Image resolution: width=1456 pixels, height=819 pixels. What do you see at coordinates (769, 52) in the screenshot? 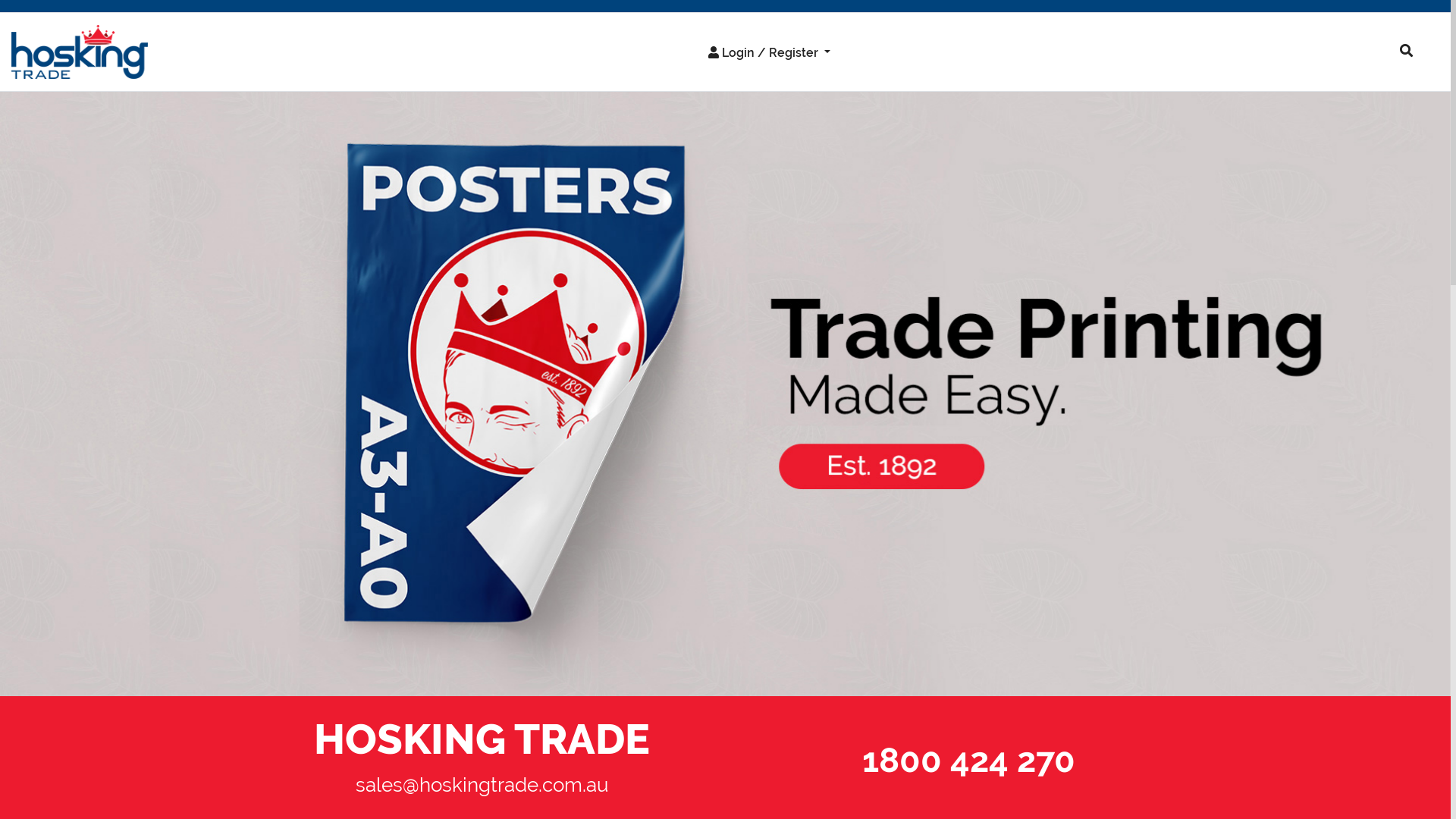
I see `'Login / Register'` at bounding box center [769, 52].